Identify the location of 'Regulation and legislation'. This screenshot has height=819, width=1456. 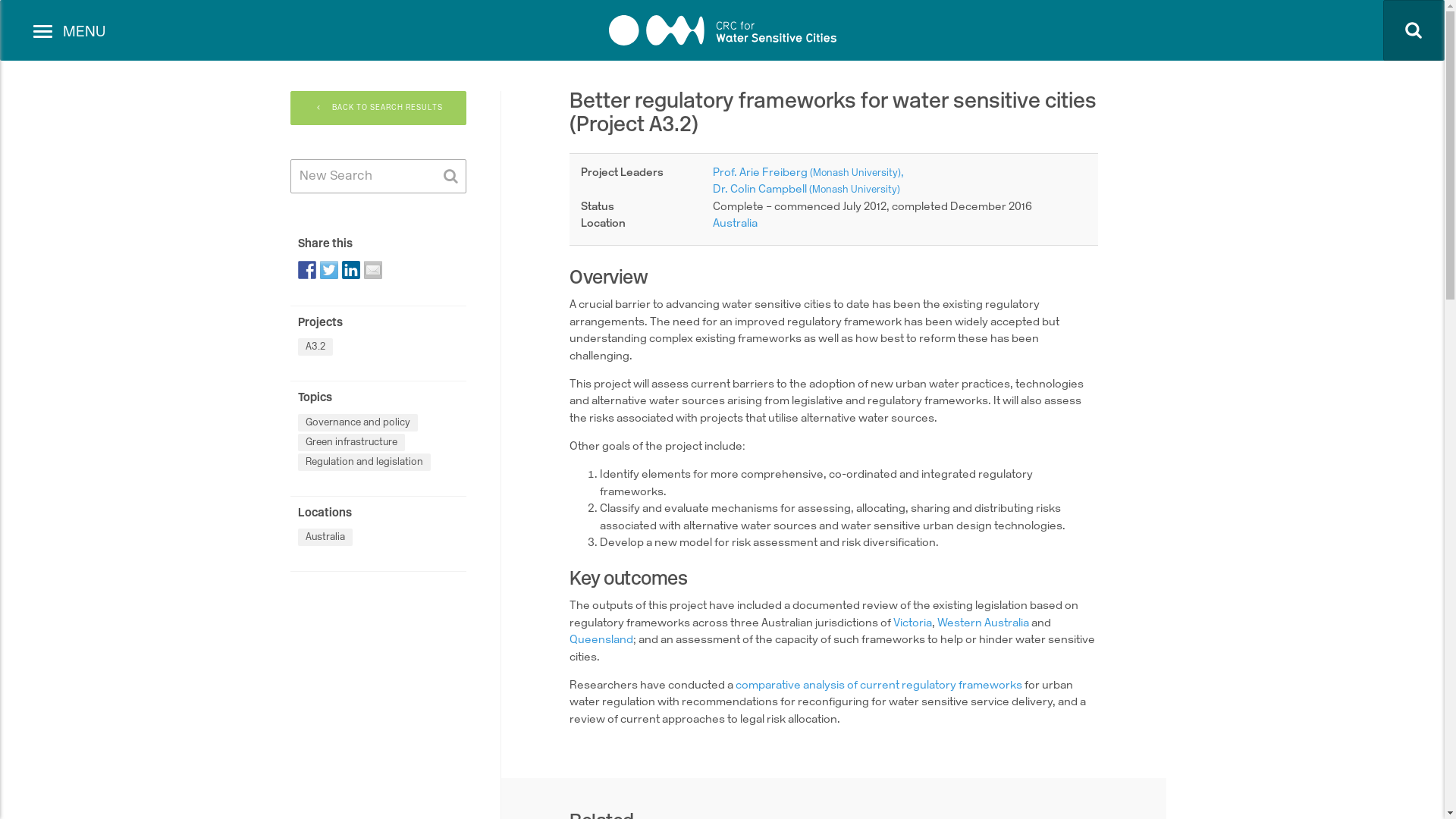
(362, 461).